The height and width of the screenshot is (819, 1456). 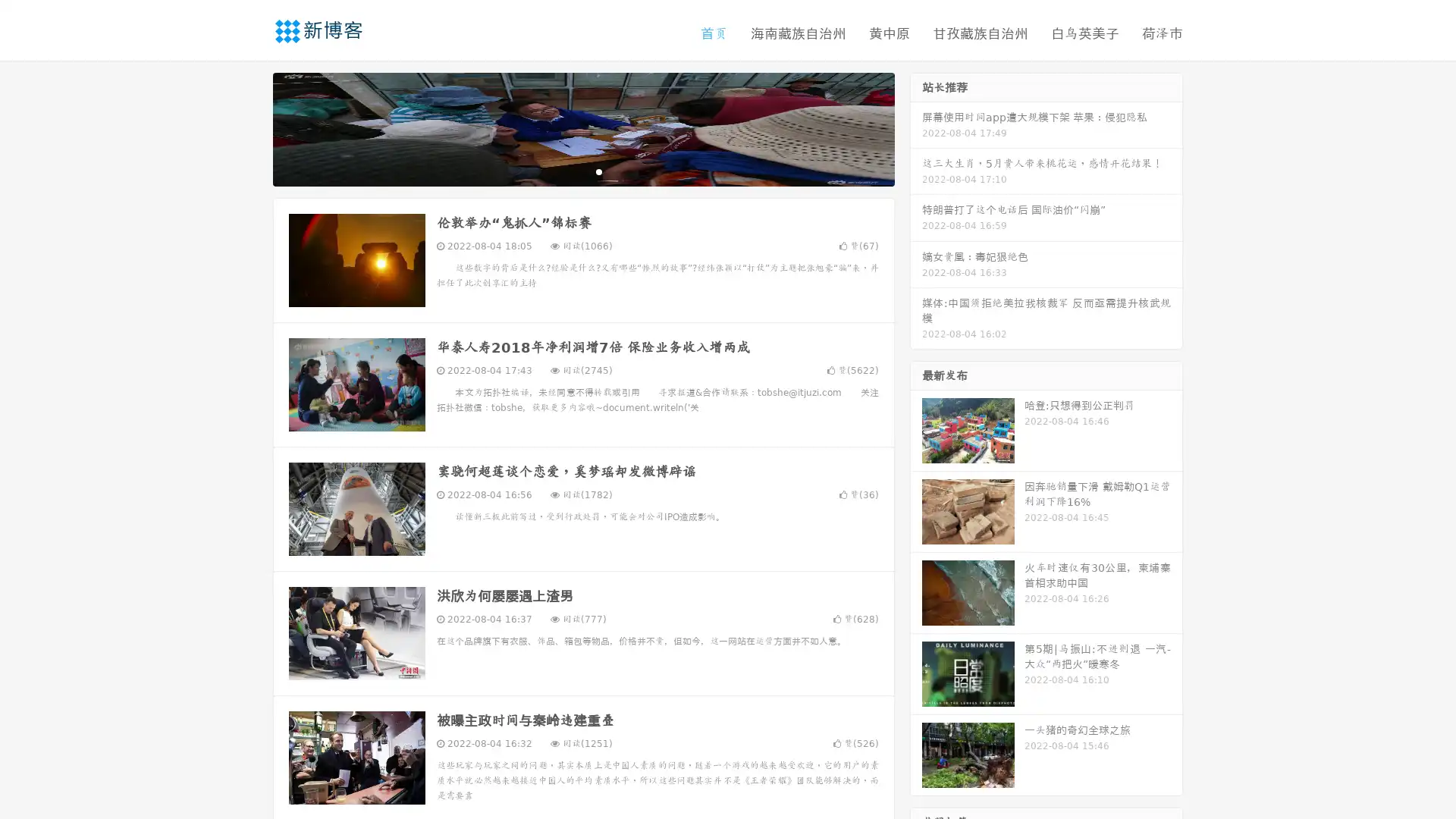 What do you see at coordinates (598, 171) in the screenshot?
I see `Go to slide 3` at bounding box center [598, 171].